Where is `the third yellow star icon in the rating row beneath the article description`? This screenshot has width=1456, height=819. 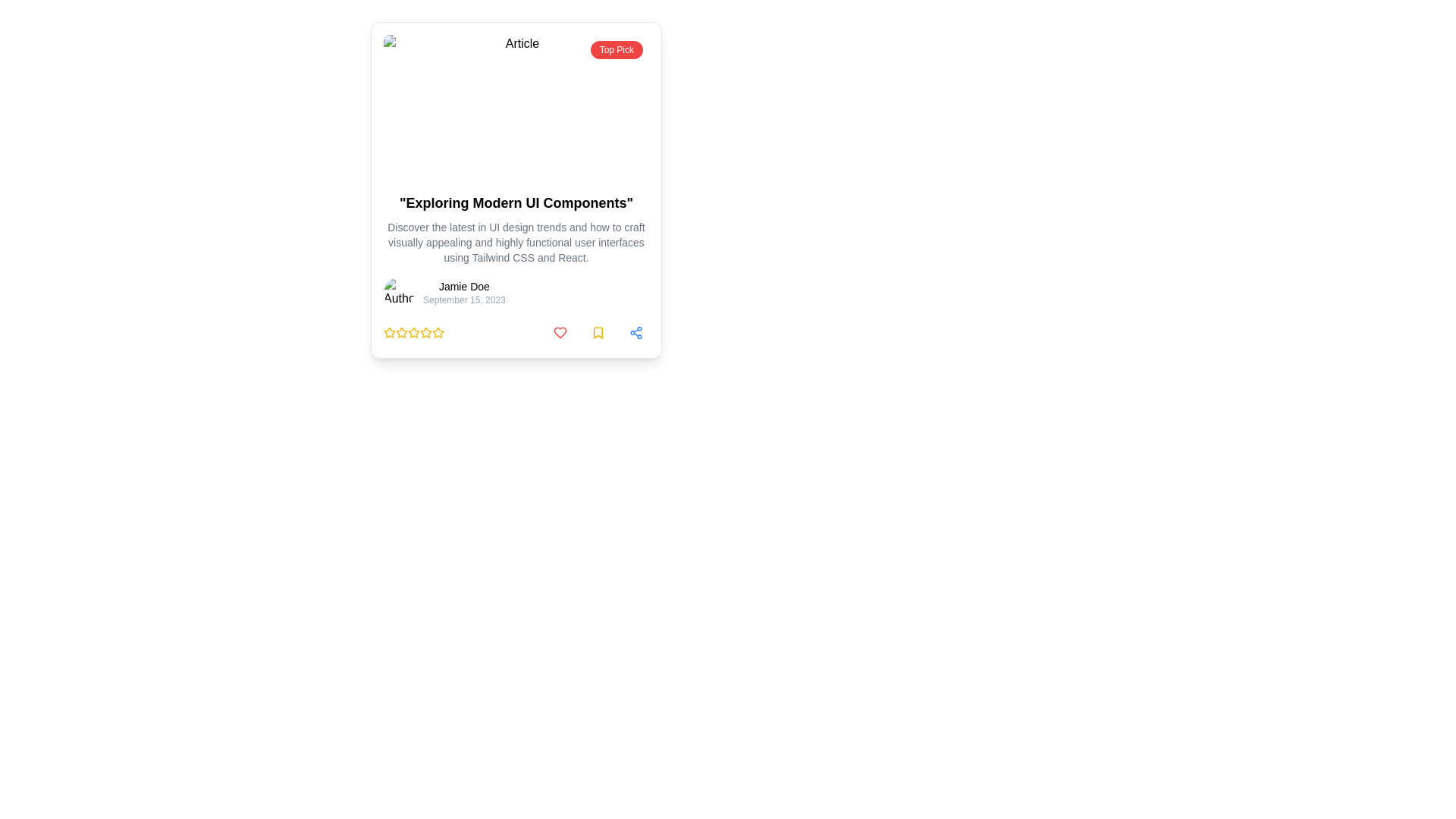 the third yellow star icon in the rating row beneath the article description is located at coordinates (414, 332).